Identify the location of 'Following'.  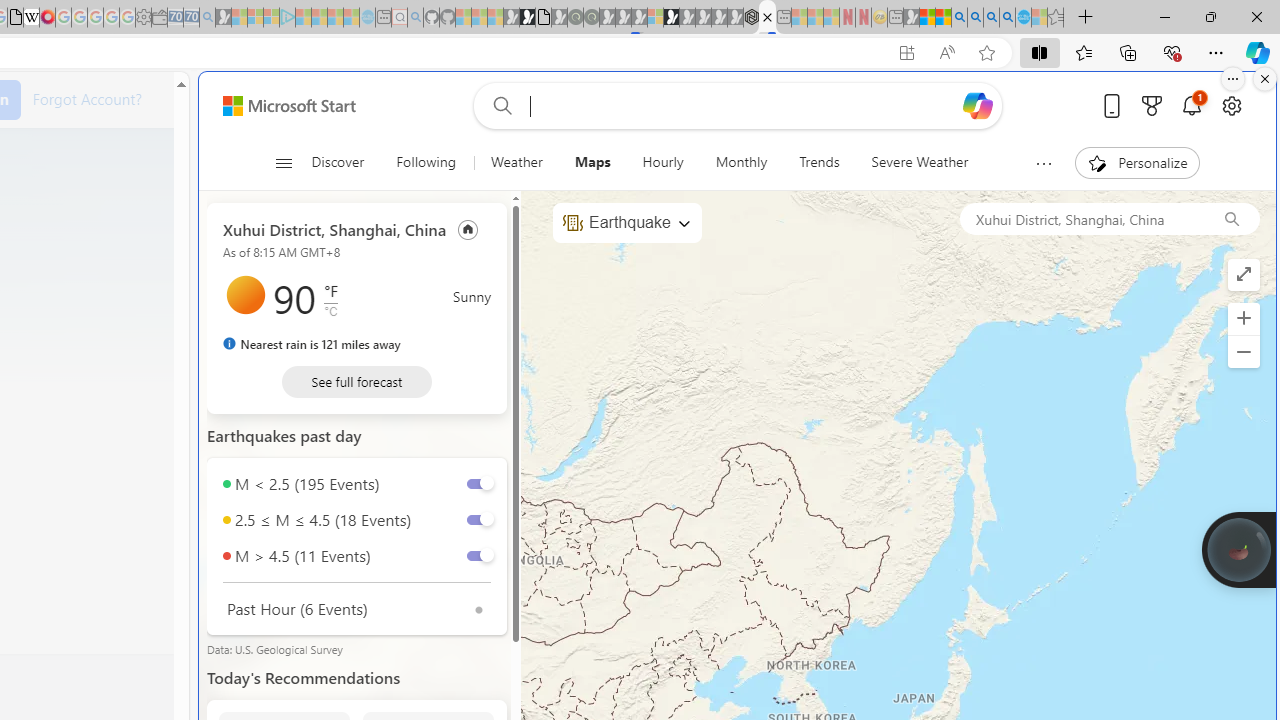
(426, 162).